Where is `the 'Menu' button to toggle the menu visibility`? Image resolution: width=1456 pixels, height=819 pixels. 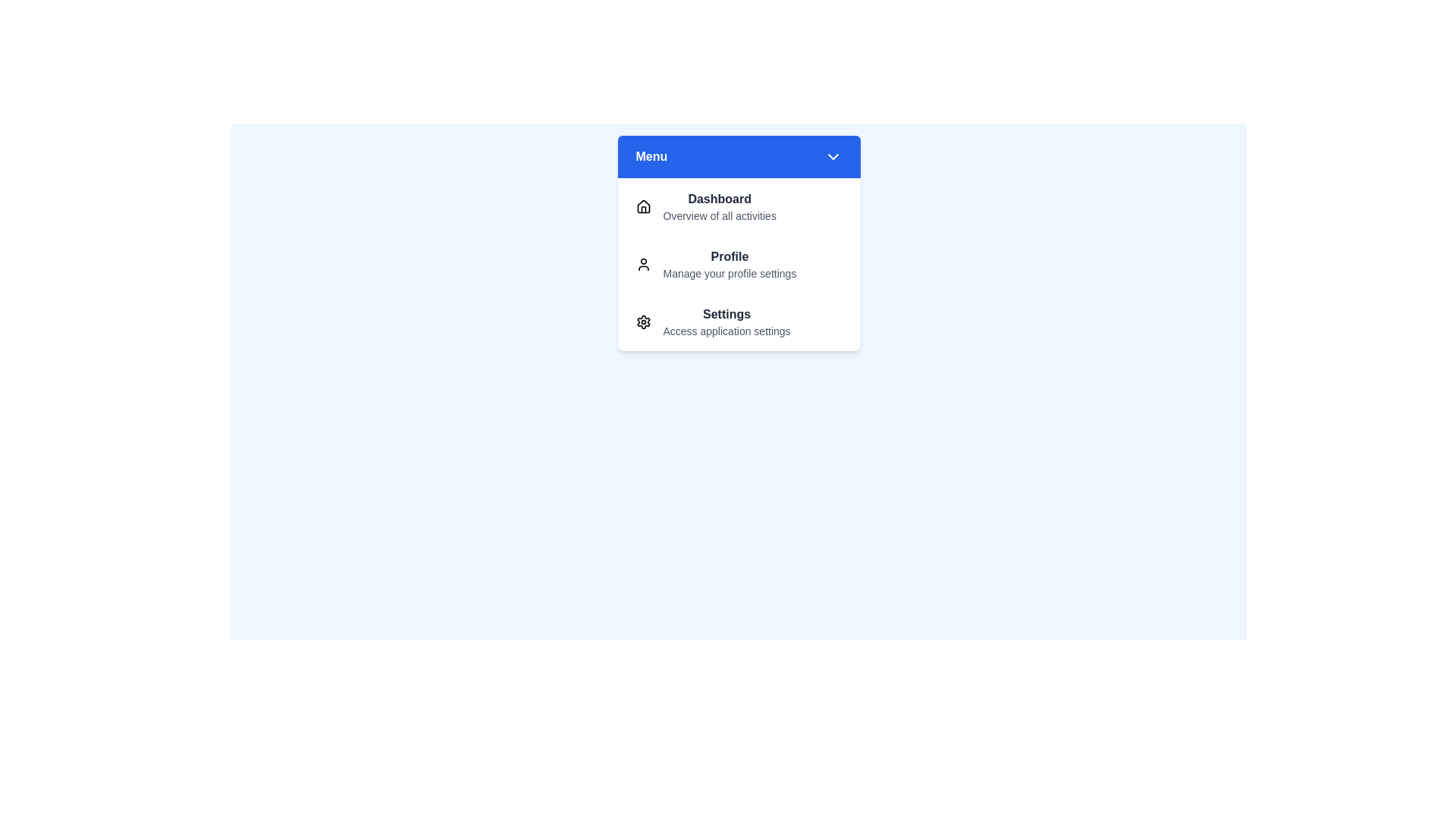
the 'Menu' button to toggle the menu visibility is located at coordinates (739, 157).